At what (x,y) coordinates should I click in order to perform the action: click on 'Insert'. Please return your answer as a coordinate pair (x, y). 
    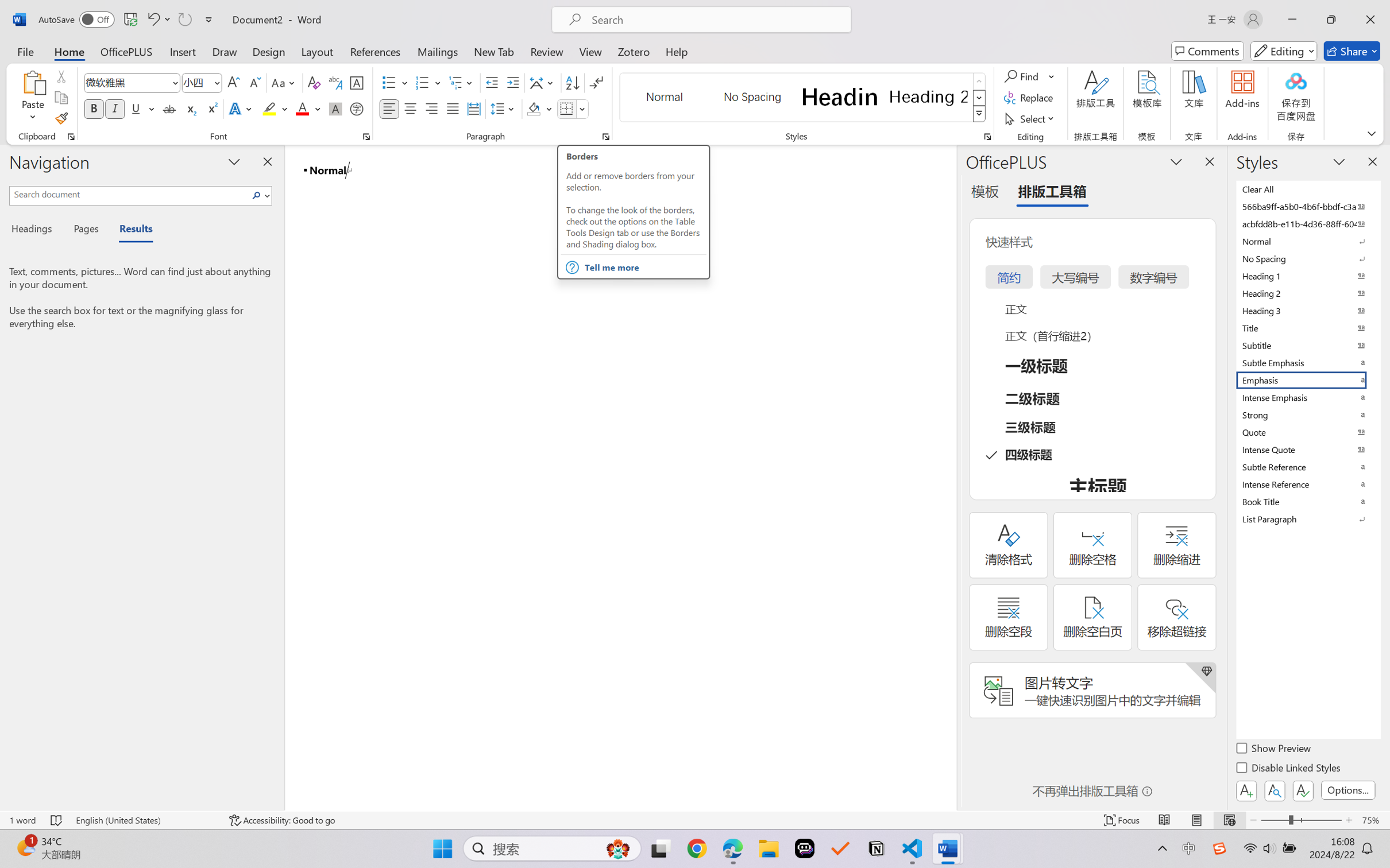
    Looking at the image, I should click on (182, 51).